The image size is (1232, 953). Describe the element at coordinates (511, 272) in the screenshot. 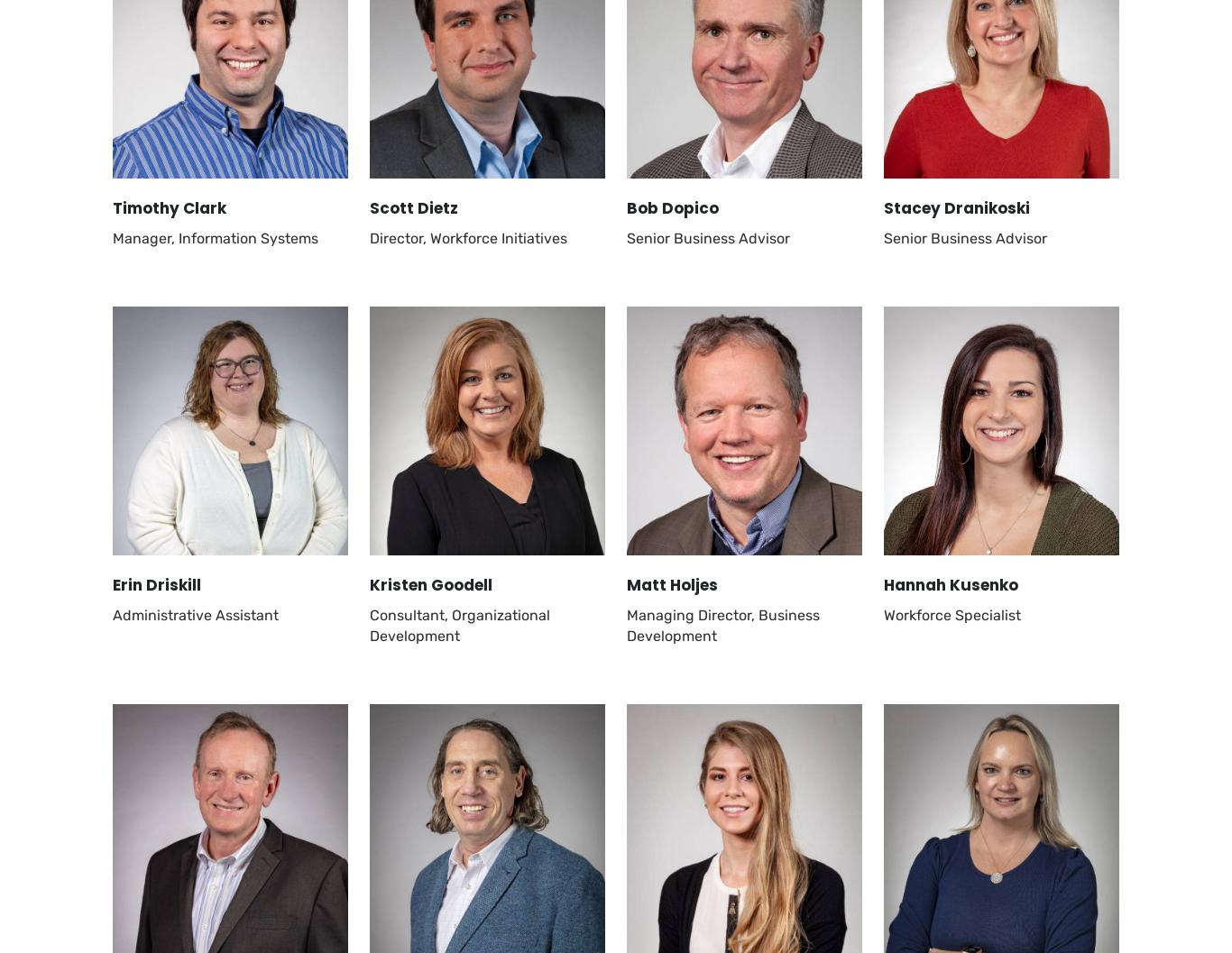

I see `'Services'` at that location.